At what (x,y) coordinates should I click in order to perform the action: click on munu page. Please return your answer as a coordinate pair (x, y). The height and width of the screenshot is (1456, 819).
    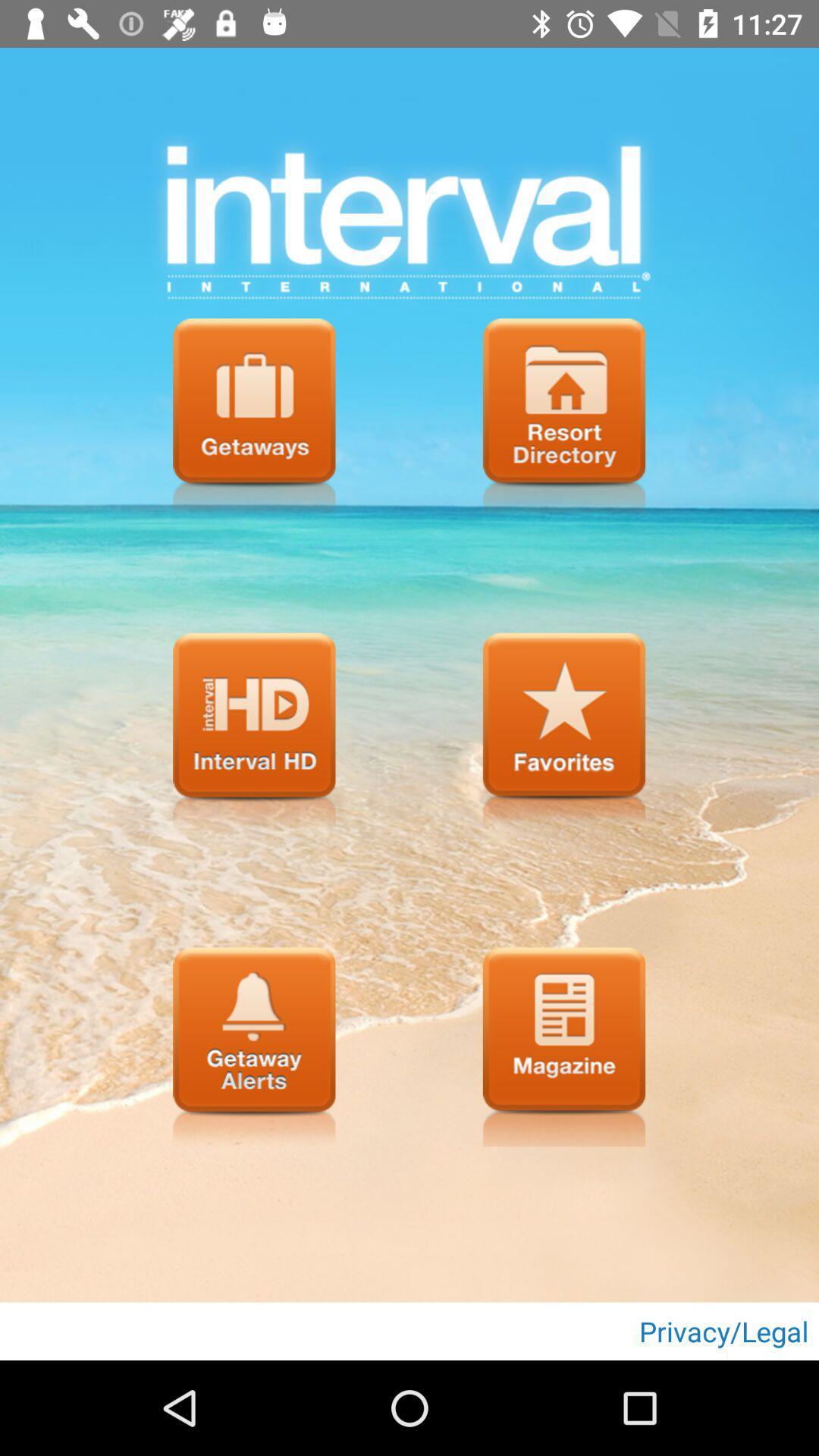
    Looking at the image, I should click on (253, 732).